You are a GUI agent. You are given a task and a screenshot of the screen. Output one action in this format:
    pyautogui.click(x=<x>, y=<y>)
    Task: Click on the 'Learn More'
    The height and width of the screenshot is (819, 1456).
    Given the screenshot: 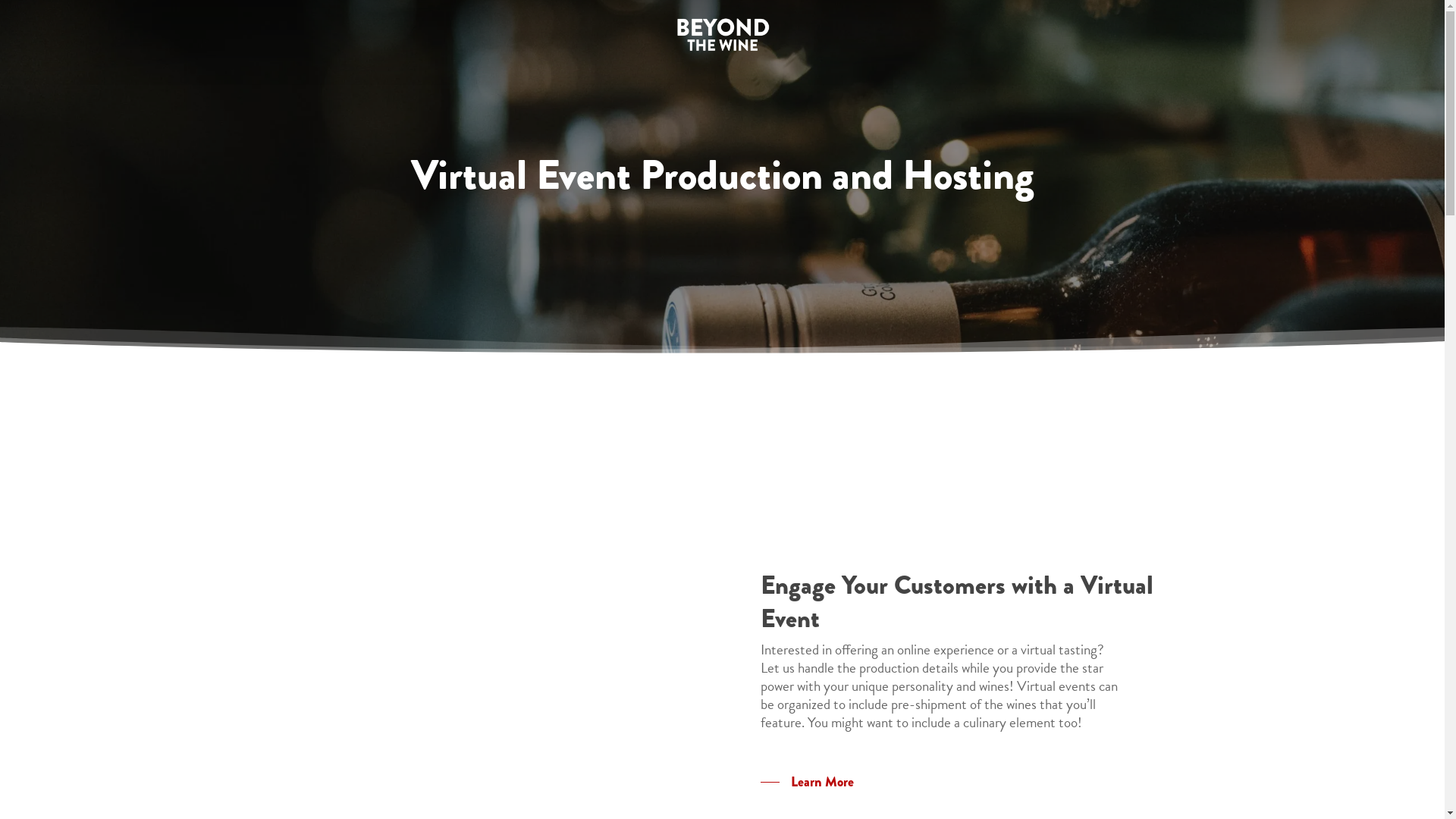 What is the action you would take?
    pyautogui.click(x=806, y=781)
    